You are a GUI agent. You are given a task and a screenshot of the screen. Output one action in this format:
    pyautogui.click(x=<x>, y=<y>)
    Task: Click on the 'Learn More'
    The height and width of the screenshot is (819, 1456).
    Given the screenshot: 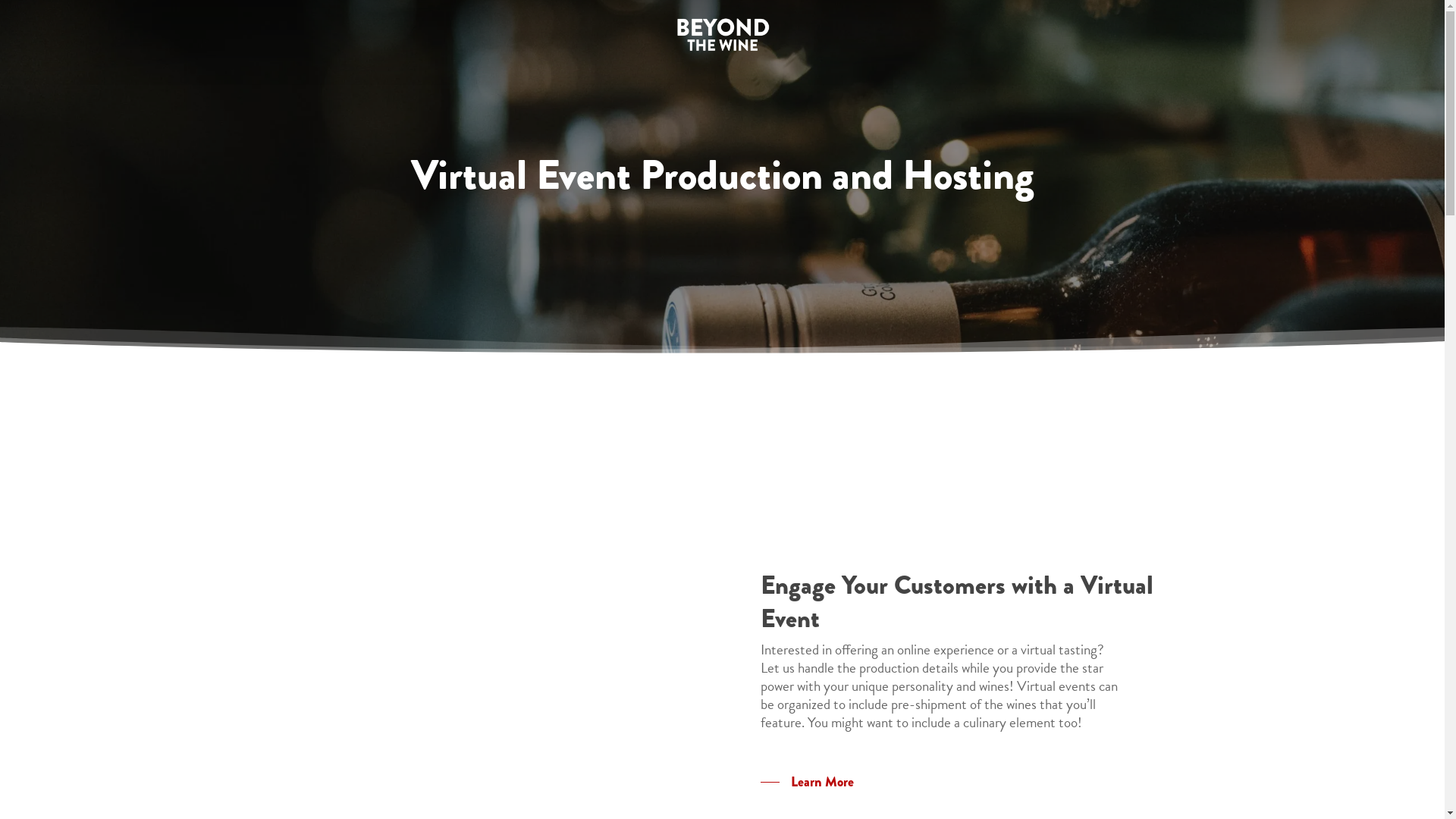 What is the action you would take?
    pyautogui.click(x=806, y=781)
    